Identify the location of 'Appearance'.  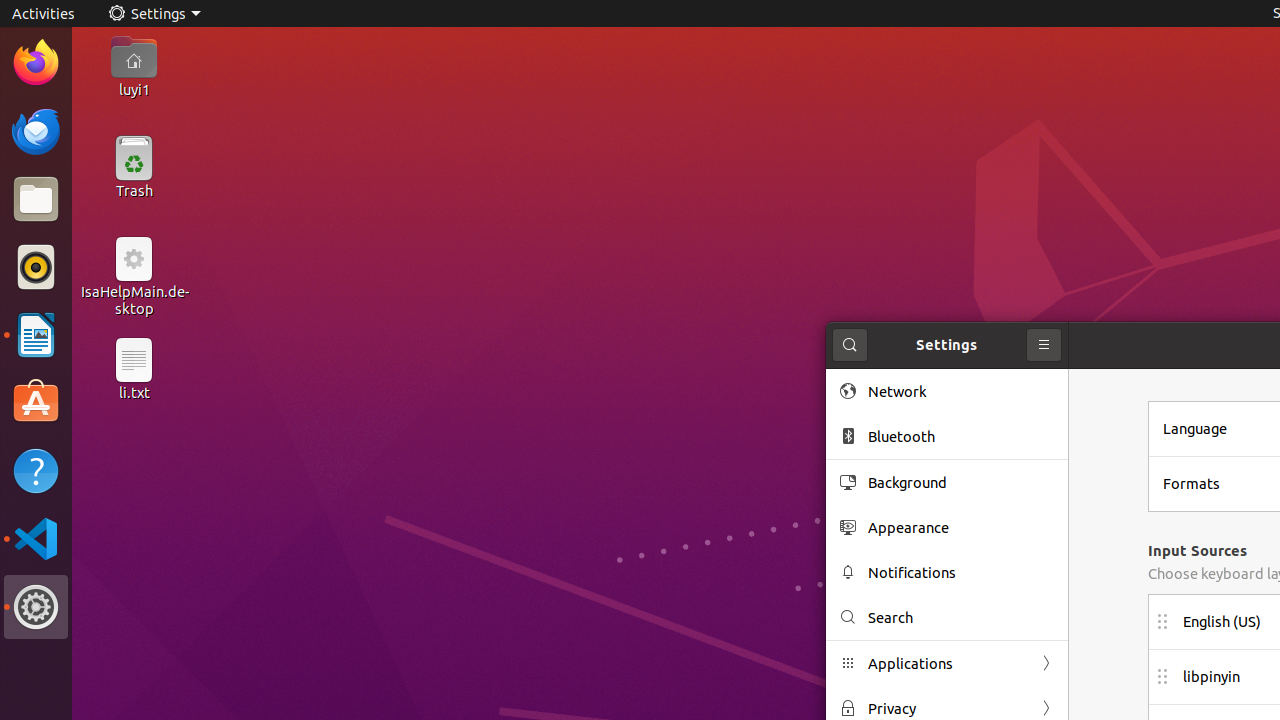
(961, 526).